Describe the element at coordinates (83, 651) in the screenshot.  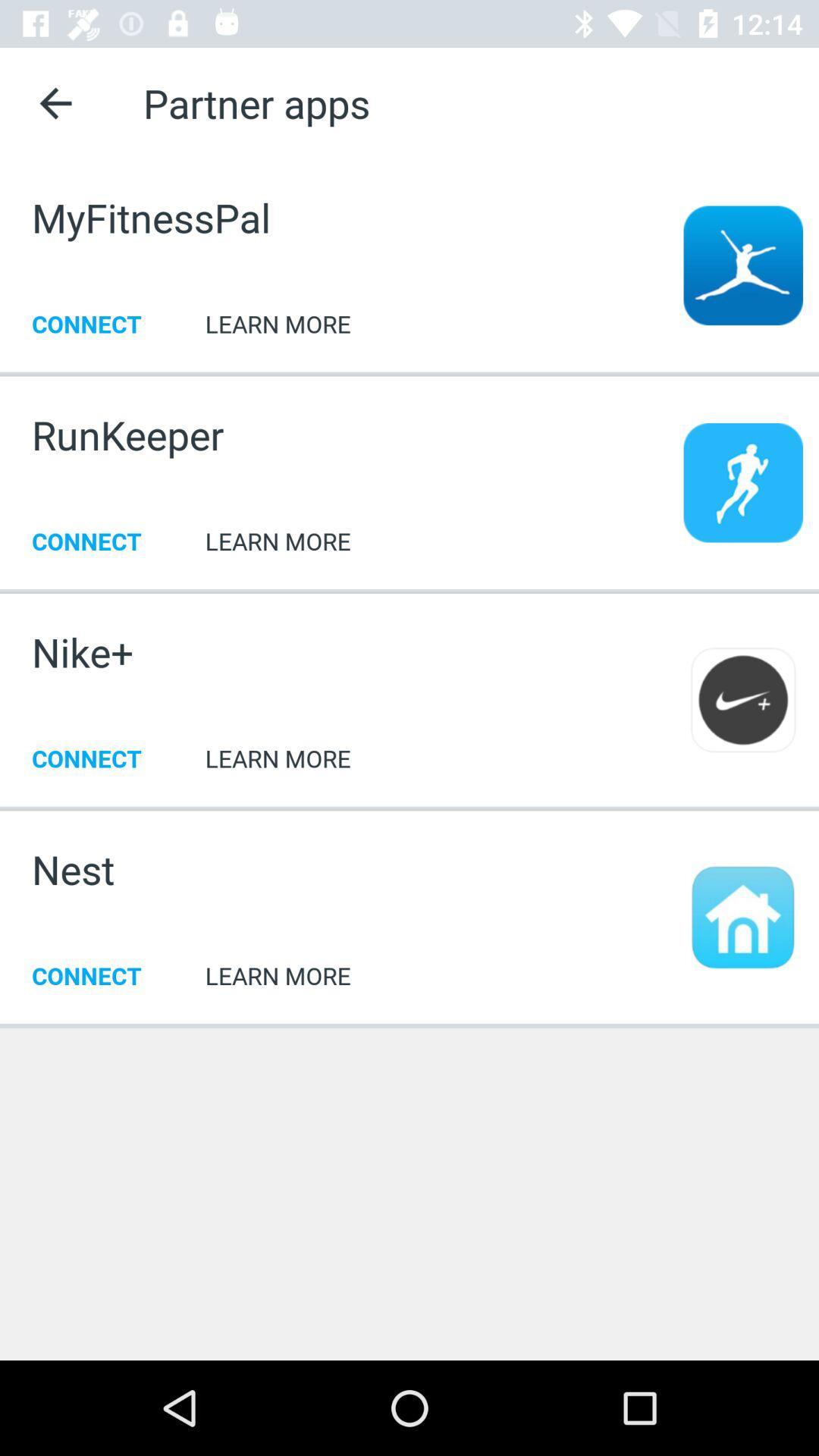
I see `icon to the left of learn more` at that location.